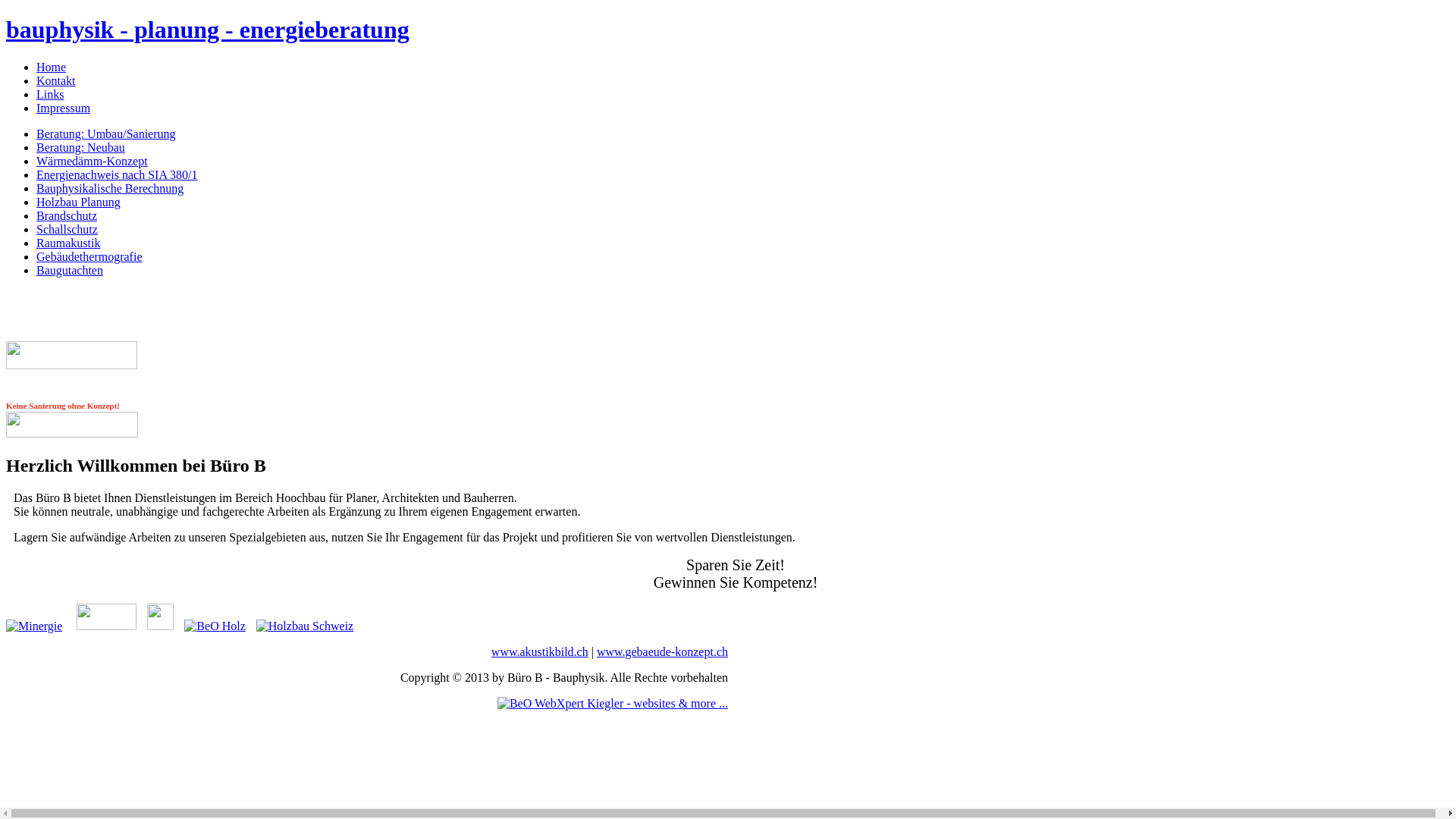 The image size is (1456, 819). I want to click on 'BeO WebXpert Kiegler - websites & more ...', so click(612, 703).